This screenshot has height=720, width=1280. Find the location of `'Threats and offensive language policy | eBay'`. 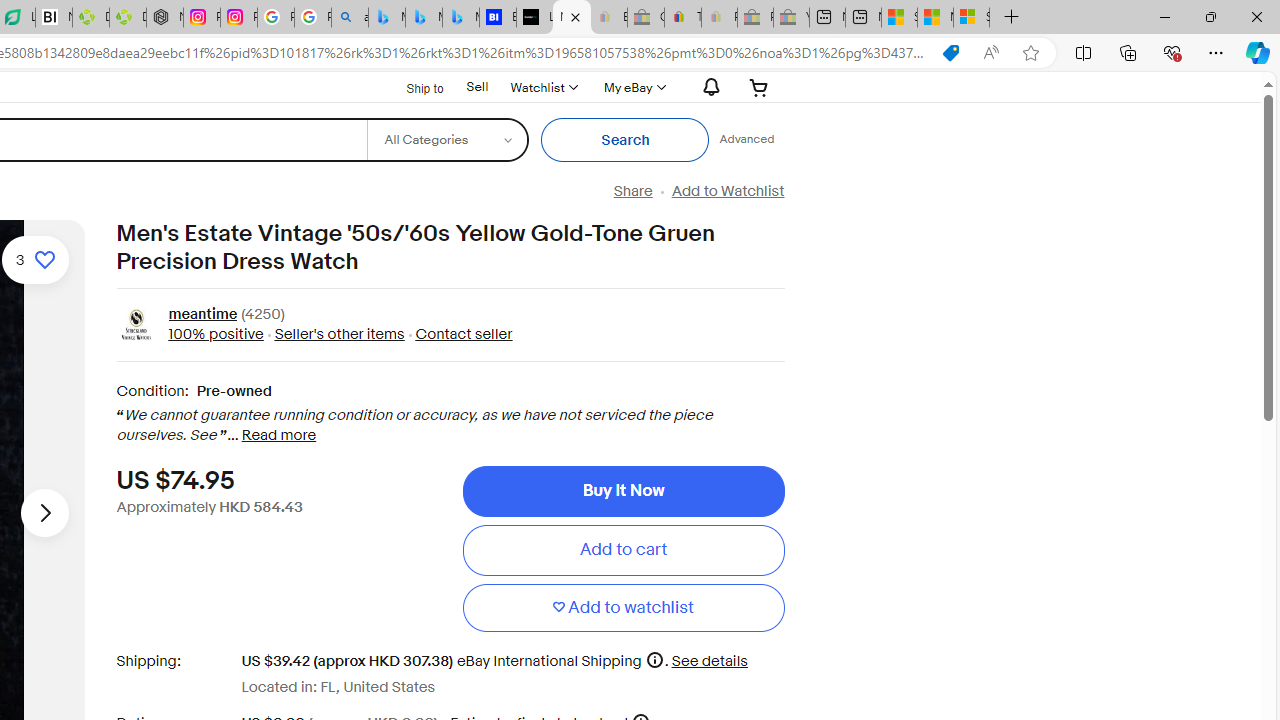

'Threats and offensive language policy | eBay' is located at coordinates (682, 17).